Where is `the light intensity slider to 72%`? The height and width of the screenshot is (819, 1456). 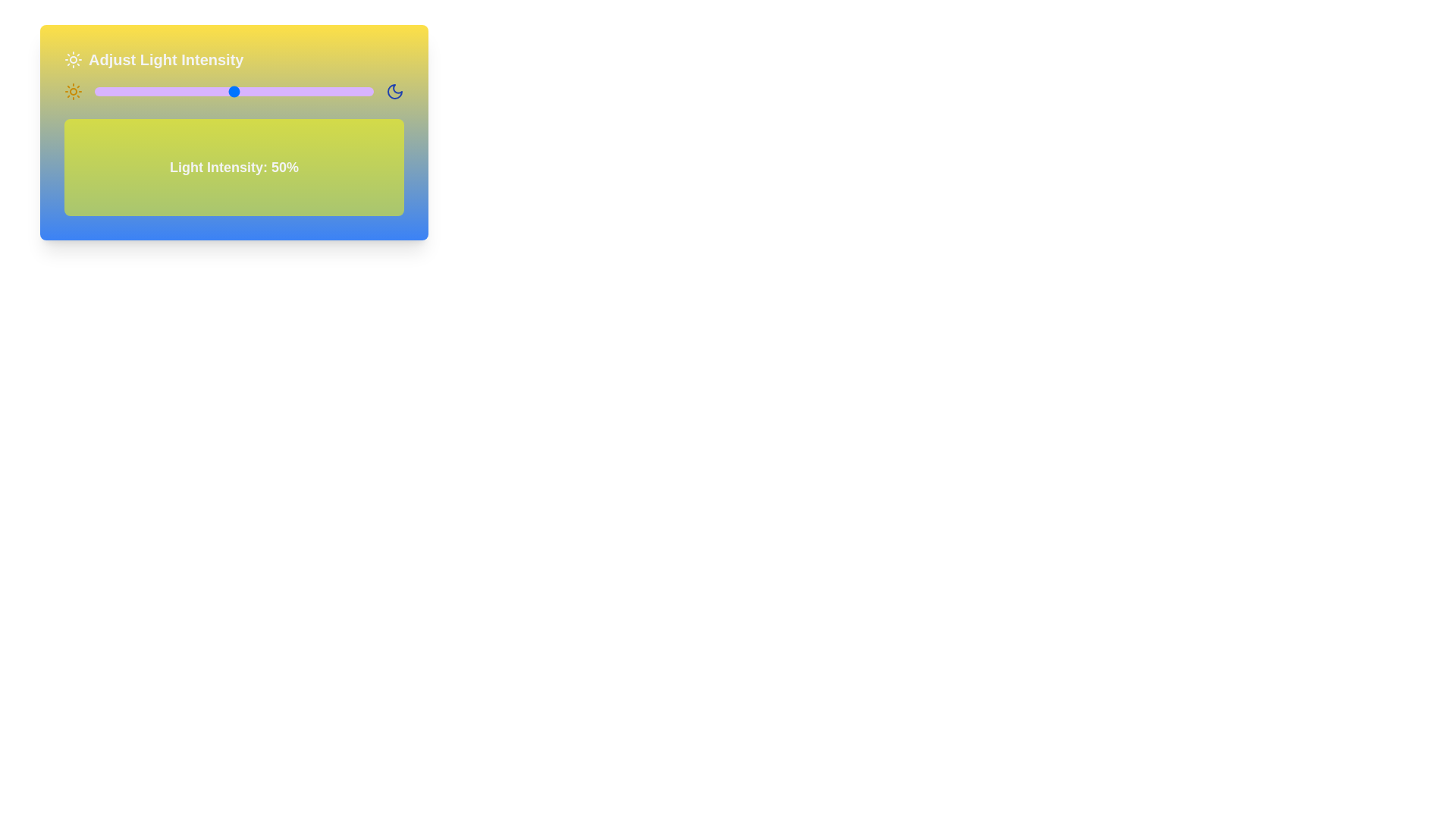
the light intensity slider to 72% is located at coordinates (295, 91).